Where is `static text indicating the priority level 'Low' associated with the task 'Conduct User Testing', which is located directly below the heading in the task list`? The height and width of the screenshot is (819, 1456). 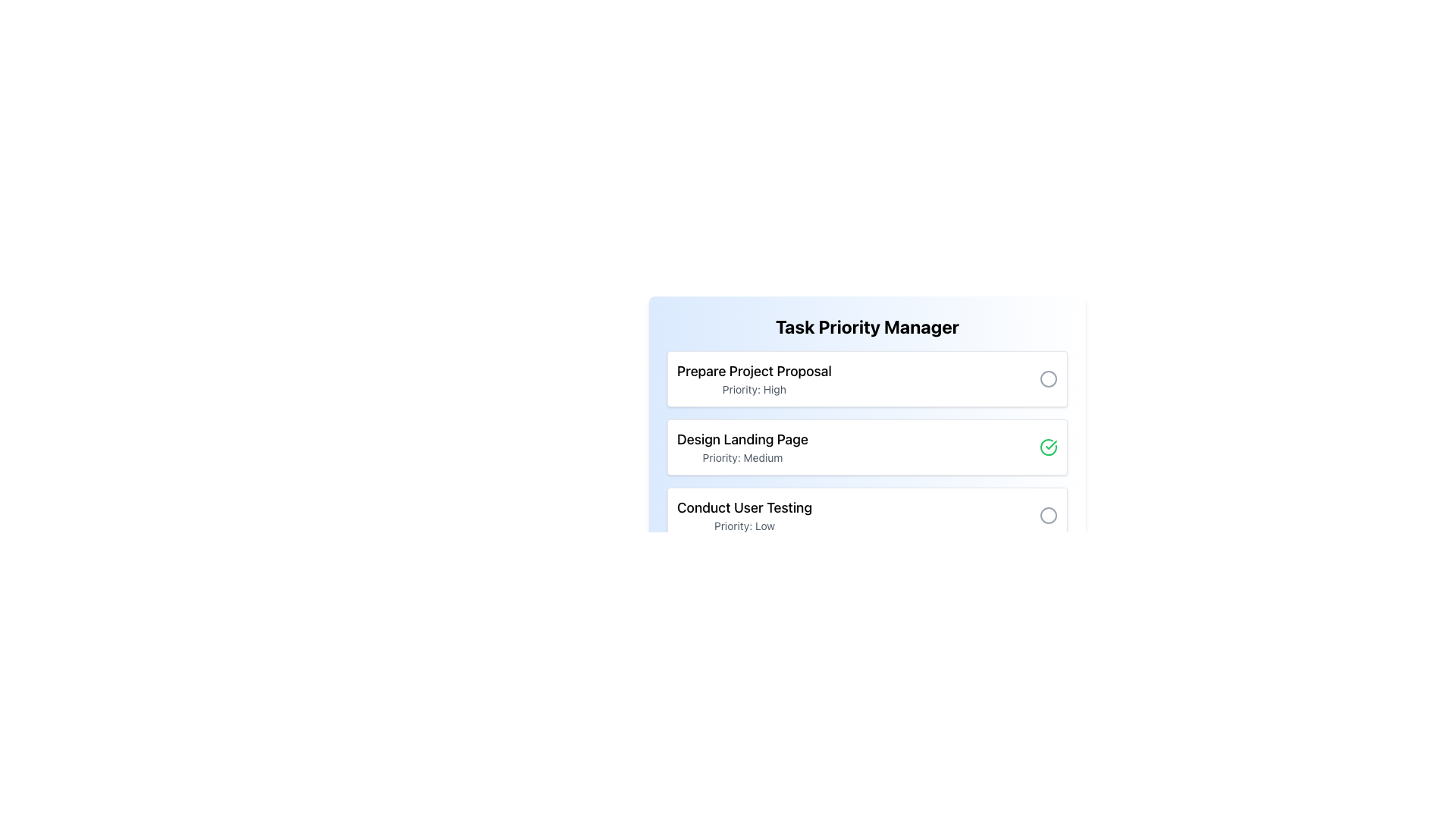 static text indicating the priority level 'Low' associated with the task 'Conduct User Testing', which is located directly below the heading in the task list is located at coordinates (745, 526).